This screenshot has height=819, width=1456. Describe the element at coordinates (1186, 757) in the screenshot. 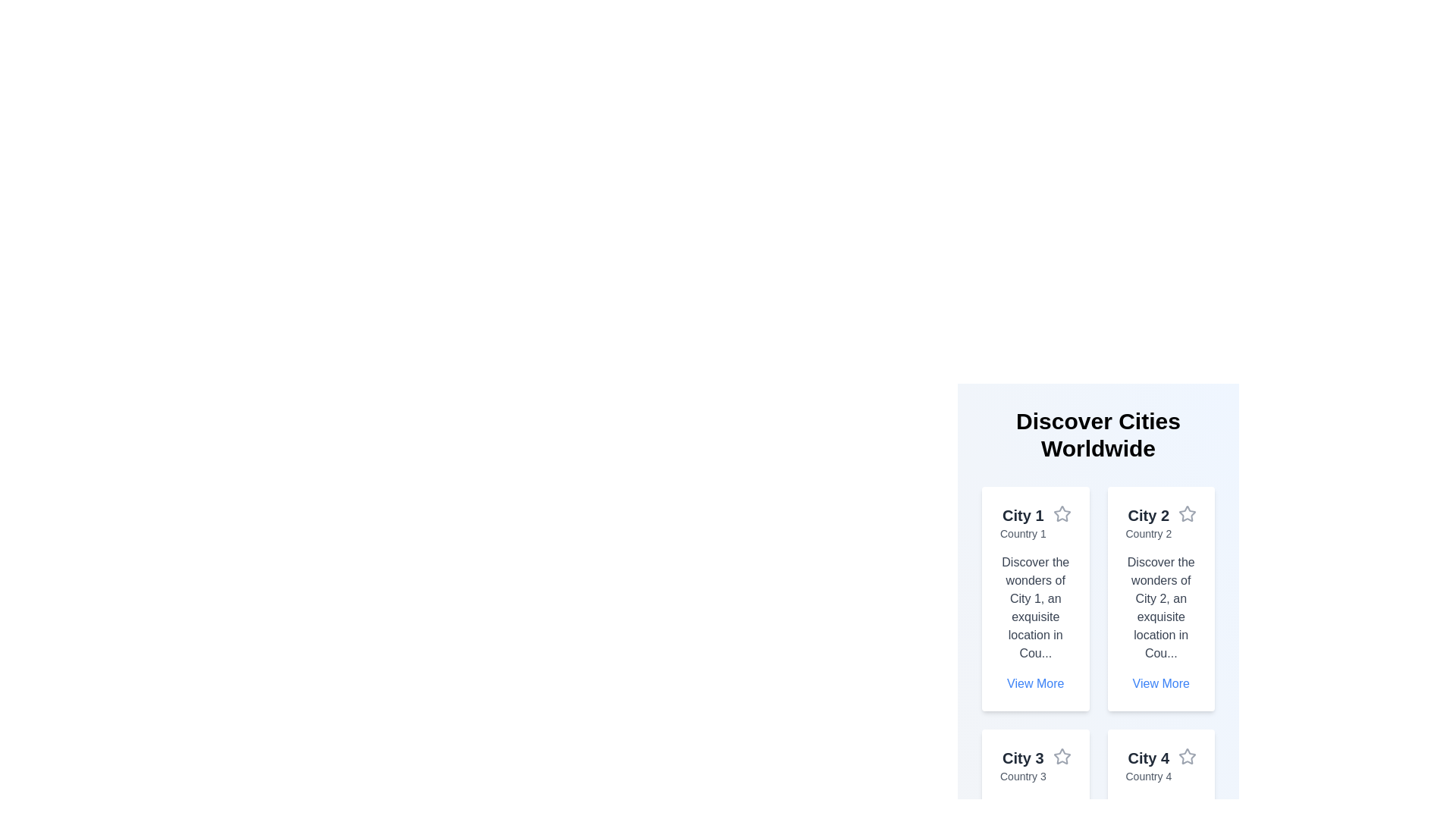

I see `the star icon located in the bottom-right portion of the 'City 4' card` at that location.